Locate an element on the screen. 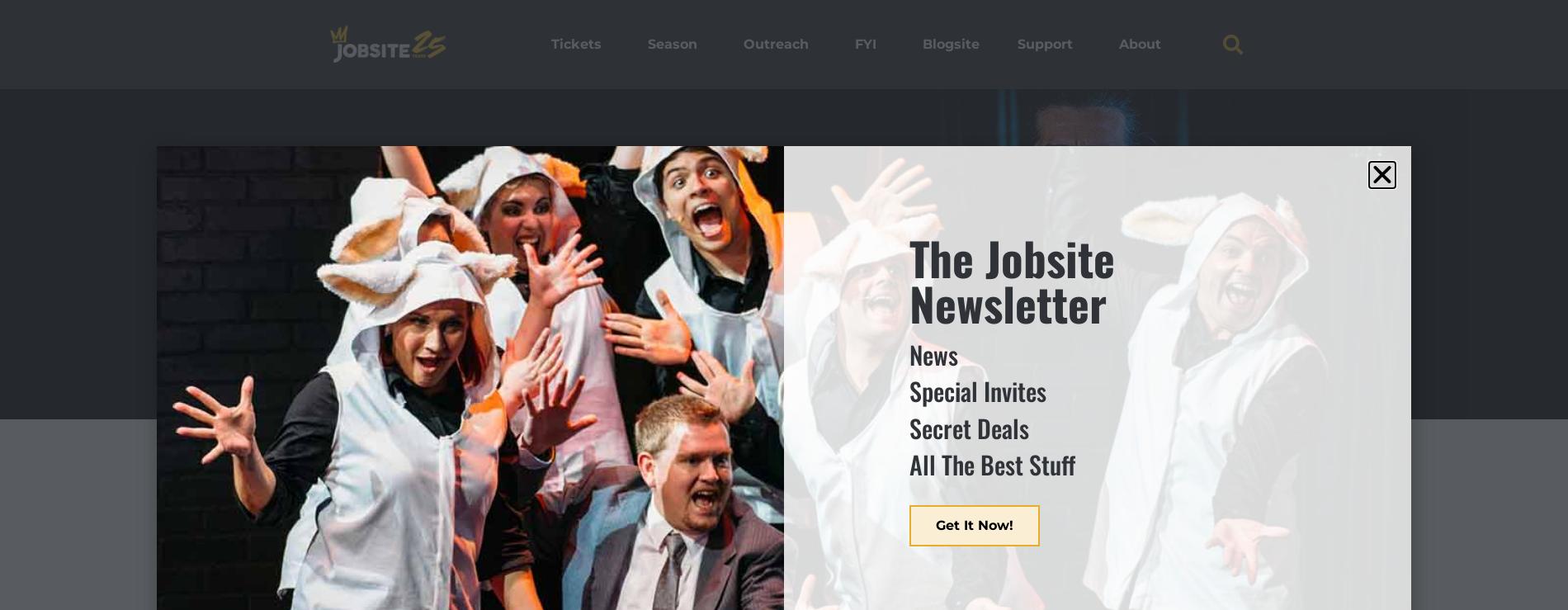  'Ensemble' is located at coordinates (356, 555).